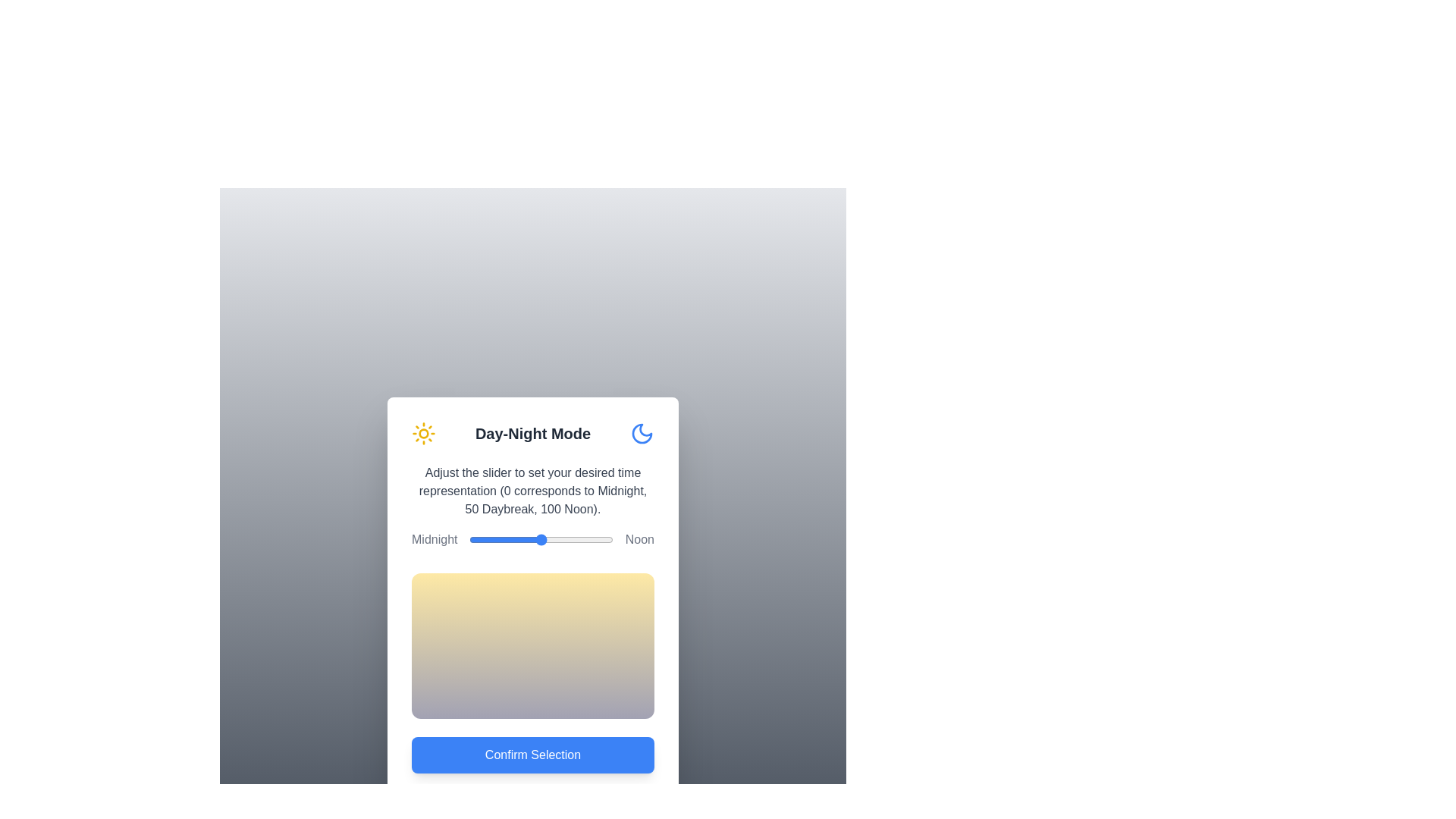 The image size is (1456, 819). I want to click on the slider to set the time representation to 87, observing the gradient change, so click(594, 539).